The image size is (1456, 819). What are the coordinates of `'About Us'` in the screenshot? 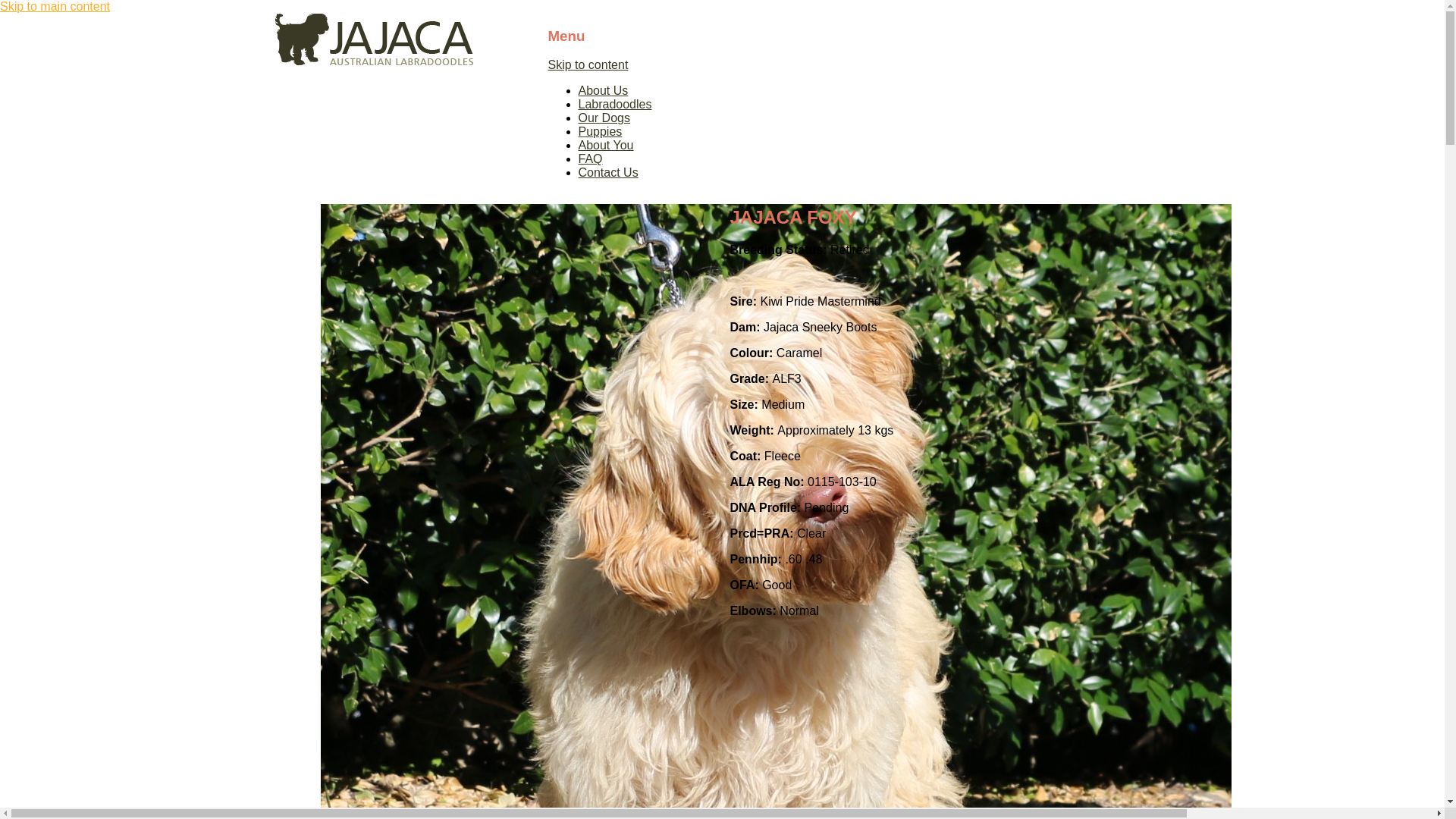 It's located at (602, 90).